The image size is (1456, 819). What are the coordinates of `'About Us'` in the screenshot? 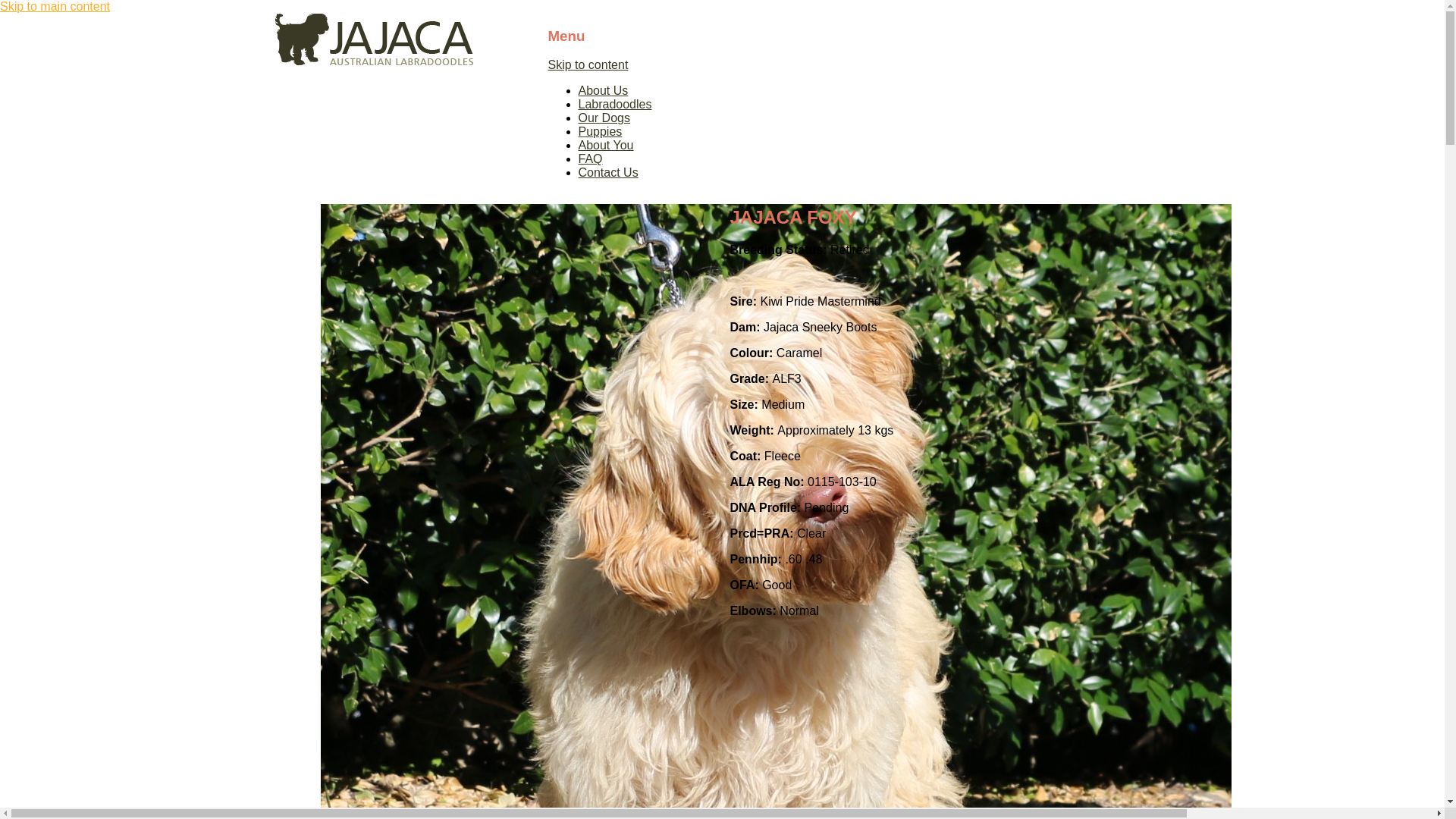 It's located at (602, 90).